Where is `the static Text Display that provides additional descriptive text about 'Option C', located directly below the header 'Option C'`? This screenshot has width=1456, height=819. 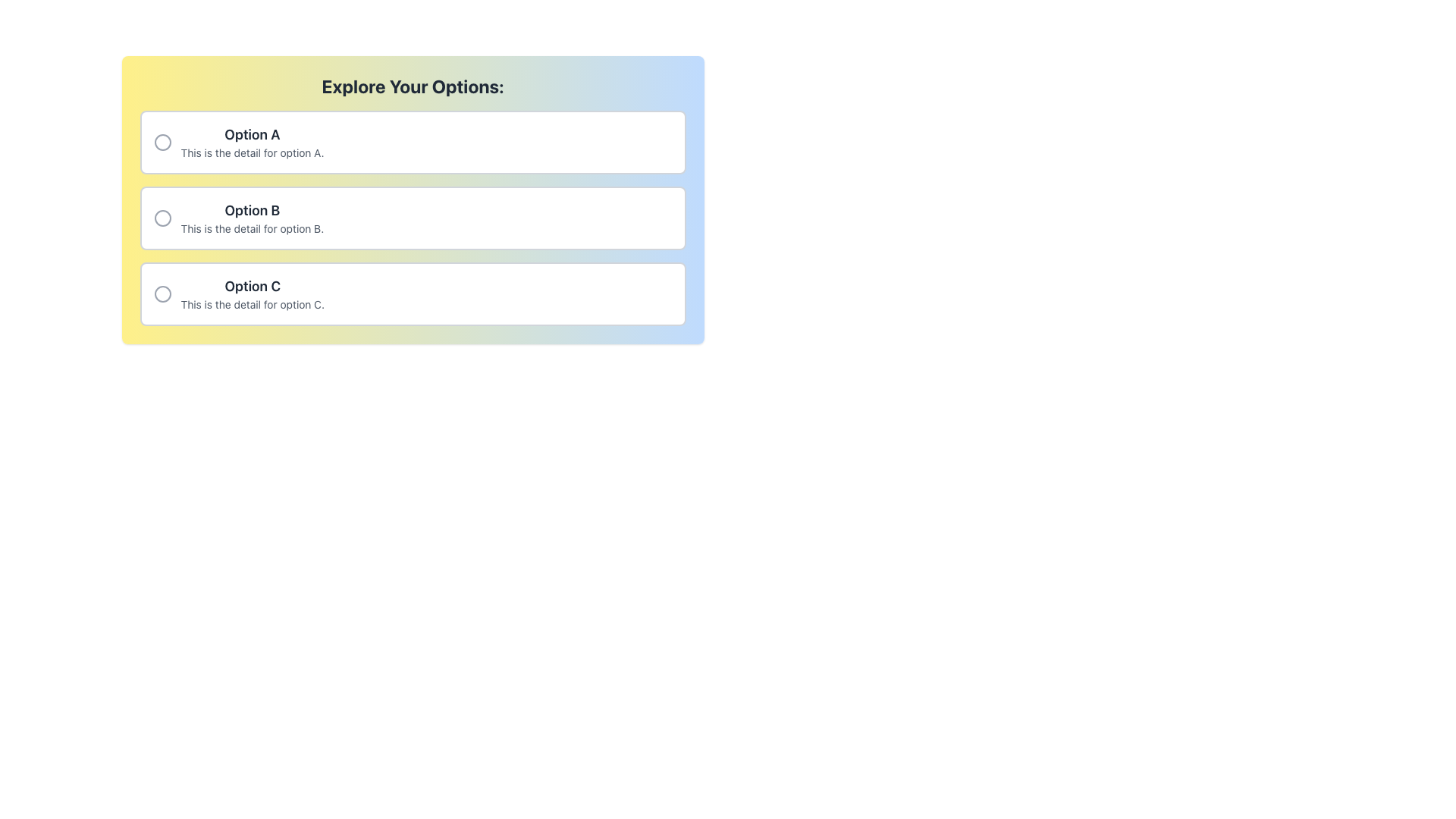
the static Text Display that provides additional descriptive text about 'Option C', located directly below the header 'Option C' is located at coordinates (253, 304).